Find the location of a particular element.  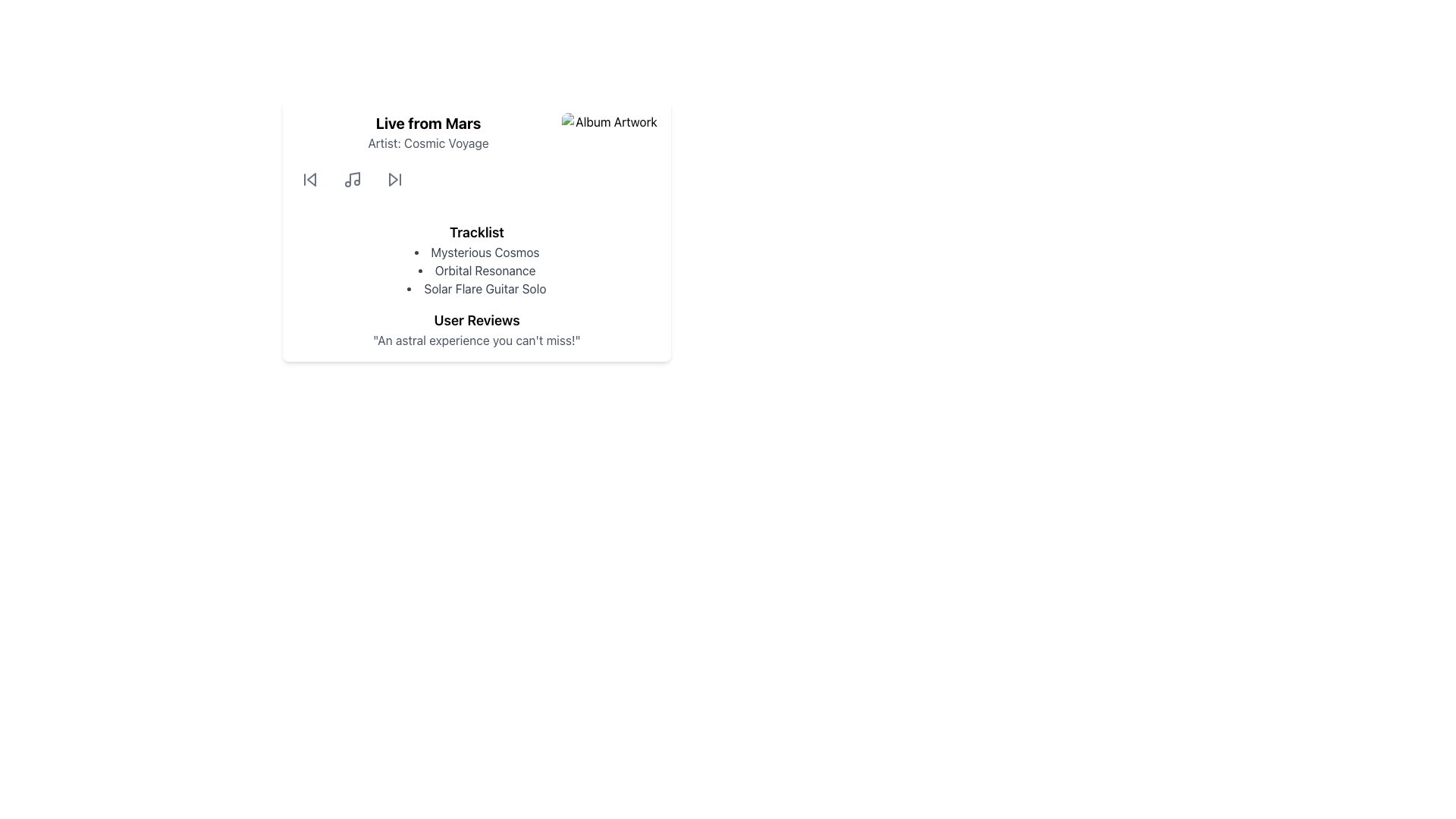

the vertical line and curve defining the stem of the music note SVG icon, which is centrally positioned within the music icon and flanked by note heads is located at coordinates (353, 177).